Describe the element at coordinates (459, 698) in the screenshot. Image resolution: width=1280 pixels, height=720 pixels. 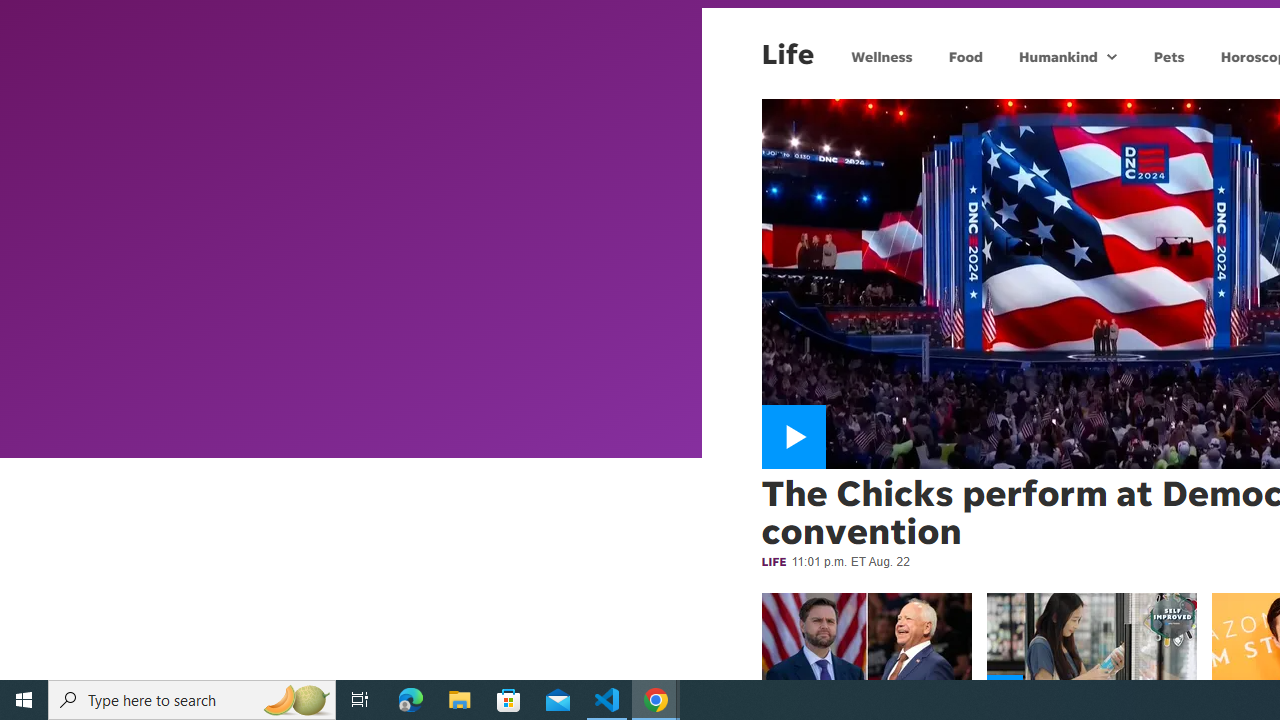
I see `'File Explorer'` at that location.